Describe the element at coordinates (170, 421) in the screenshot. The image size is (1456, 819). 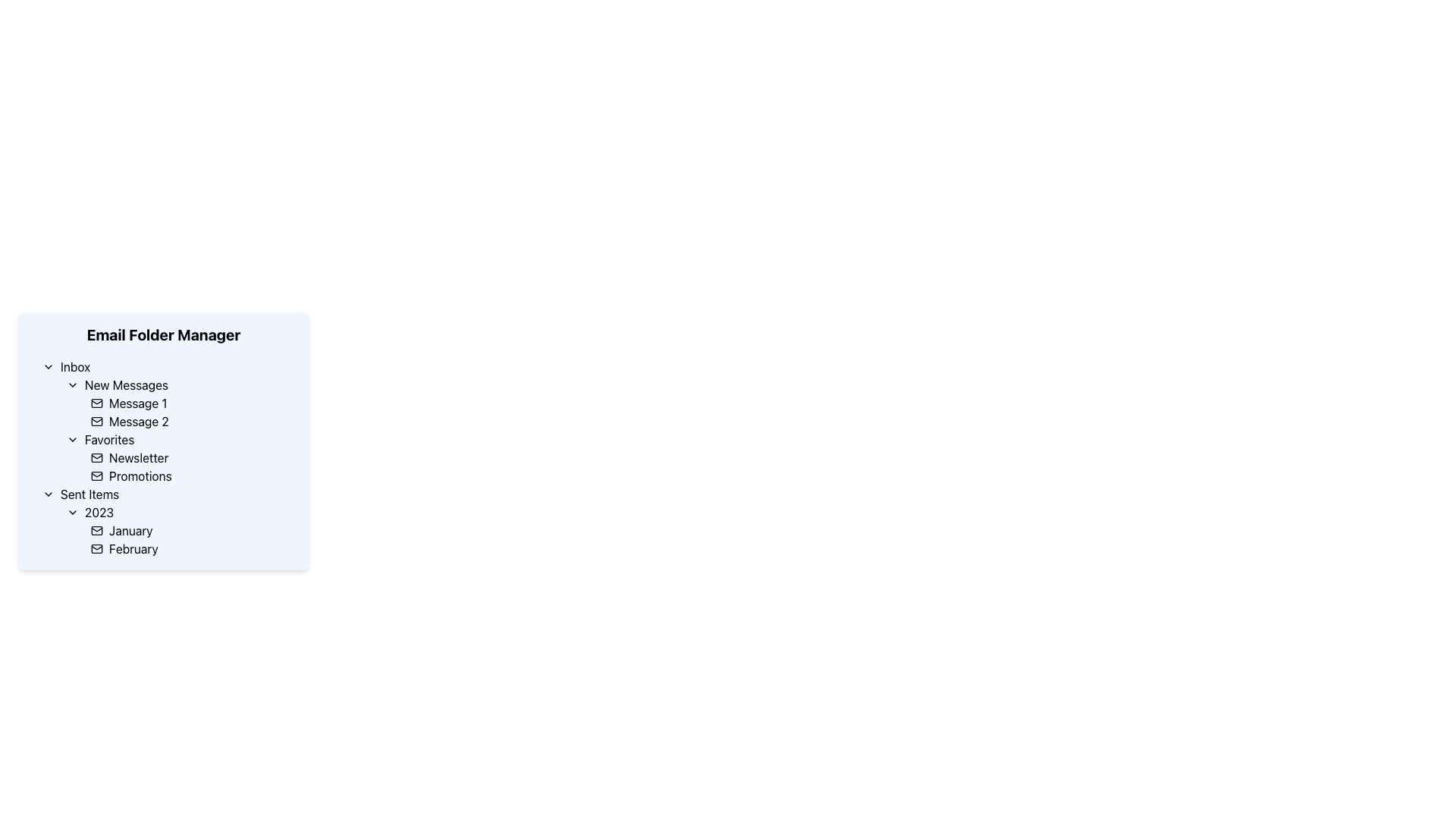
I see `the collapsible section labeled 'Inbox' within the 'Email Folder Manager'` at that location.